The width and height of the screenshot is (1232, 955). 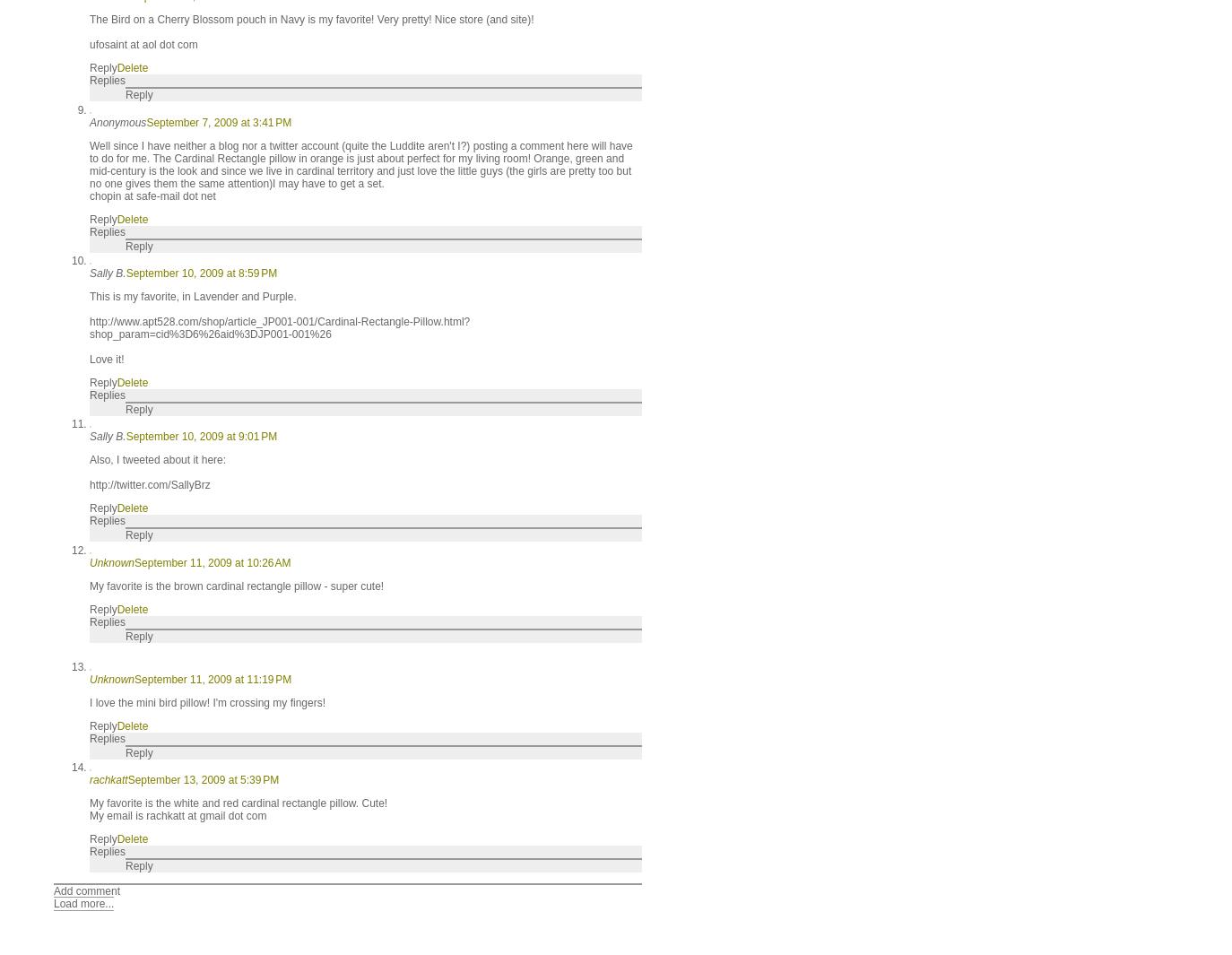 What do you see at coordinates (212, 561) in the screenshot?
I see `'September 11, 2009 at 10:26 AM'` at bounding box center [212, 561].